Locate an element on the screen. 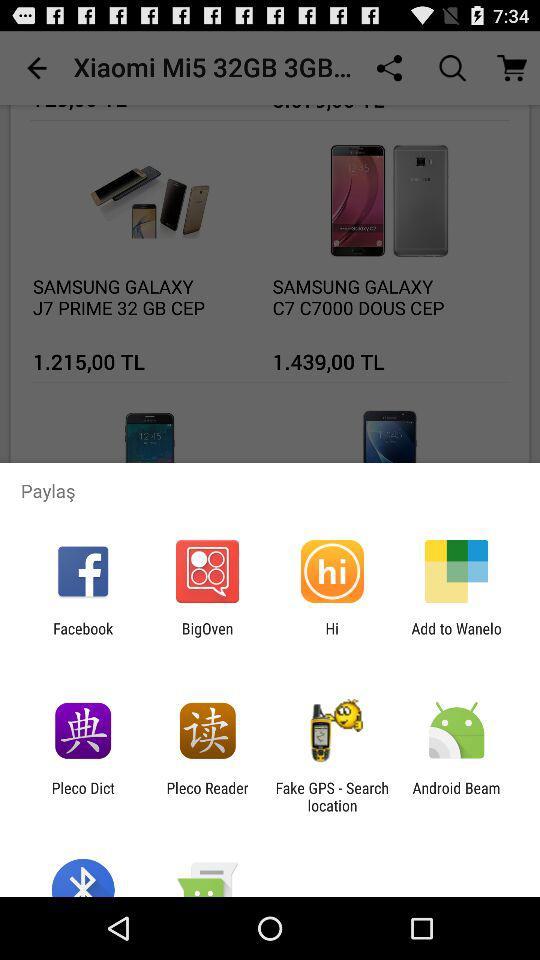 The width and height of the screenshot is (540, 960). app next to the hi icon is located at coordinates (206, 636).